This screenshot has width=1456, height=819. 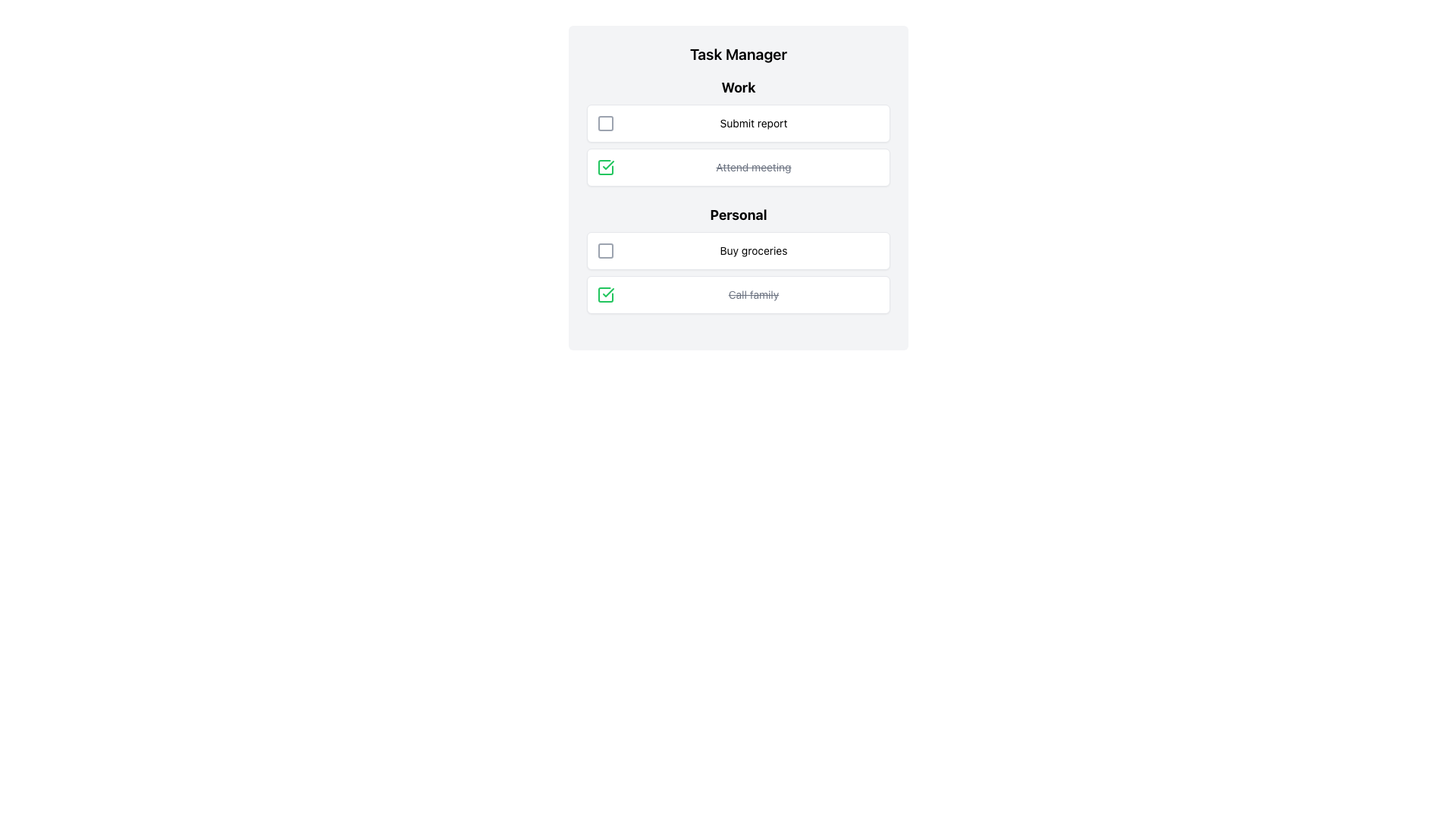 I want to click on the green check-marked square icon checkbox indicating task completion, located to the left of the 'Attend meeting' text, so click(x=604, y=167).